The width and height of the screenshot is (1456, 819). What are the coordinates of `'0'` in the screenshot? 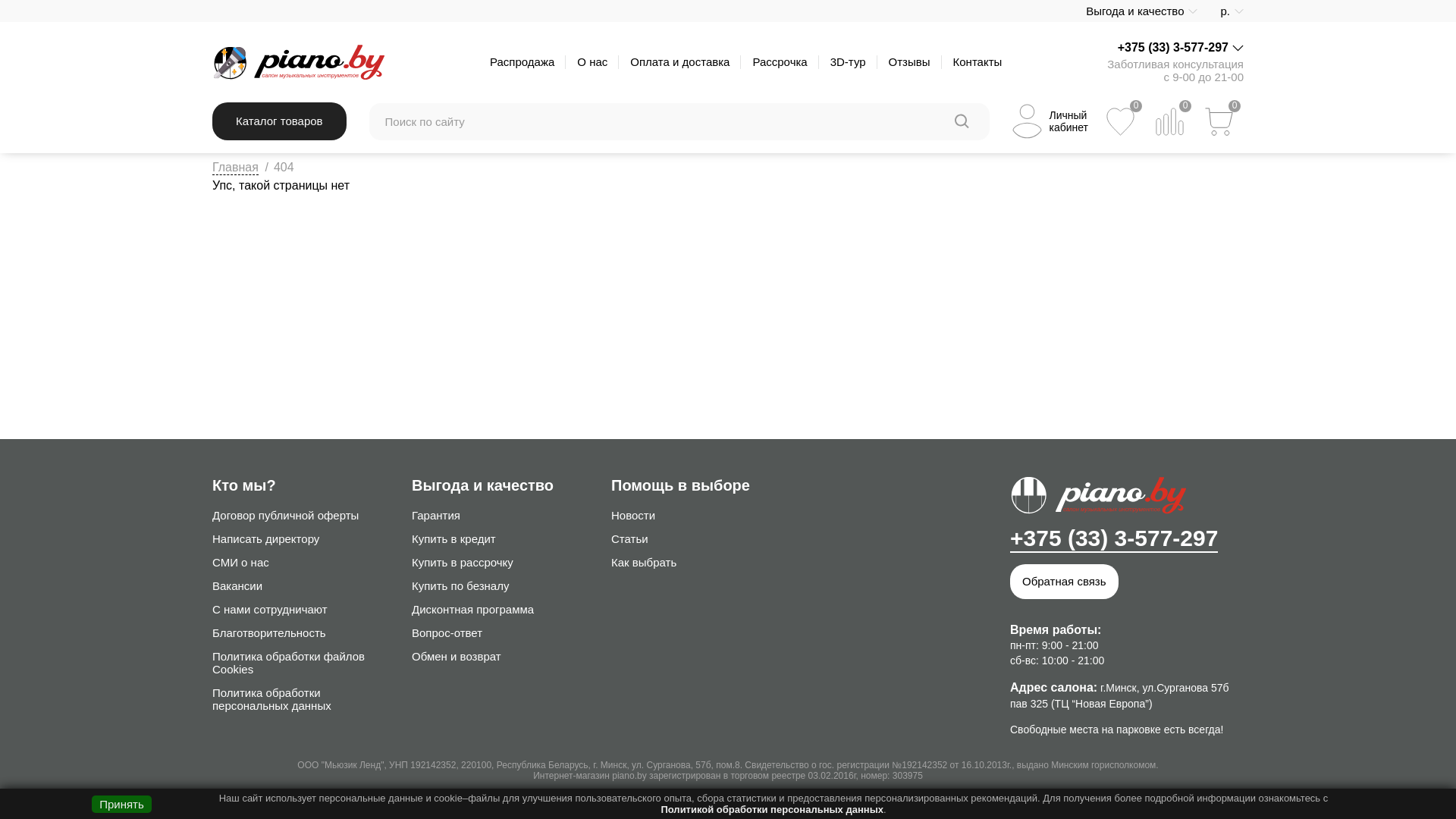 It's located at (1169, 121).